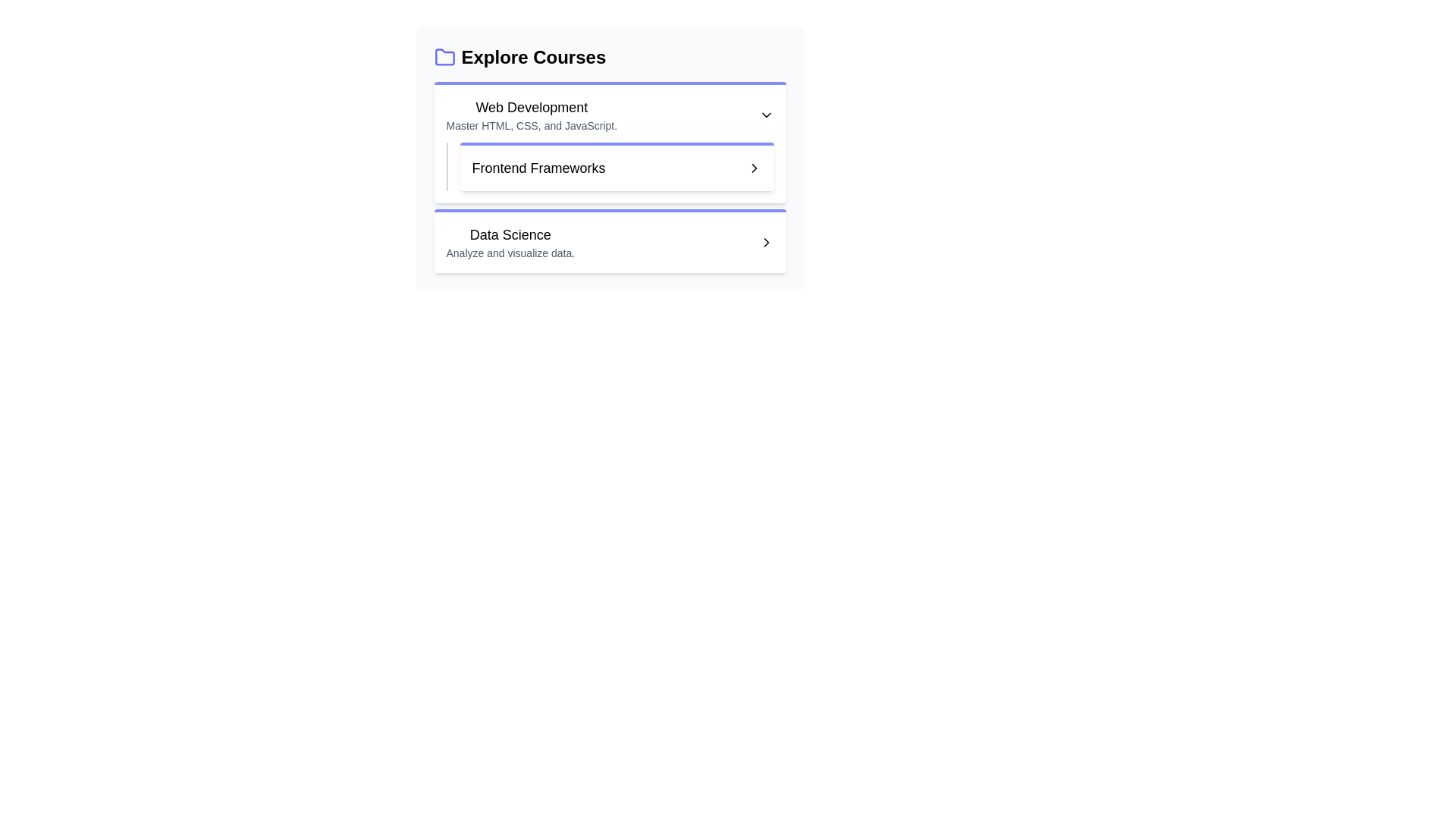 The width and height of the screenshot is (1456, 819). I want to click on the interactive card with text and an icon in the 'Explore Courses' section, so click(610, 158).